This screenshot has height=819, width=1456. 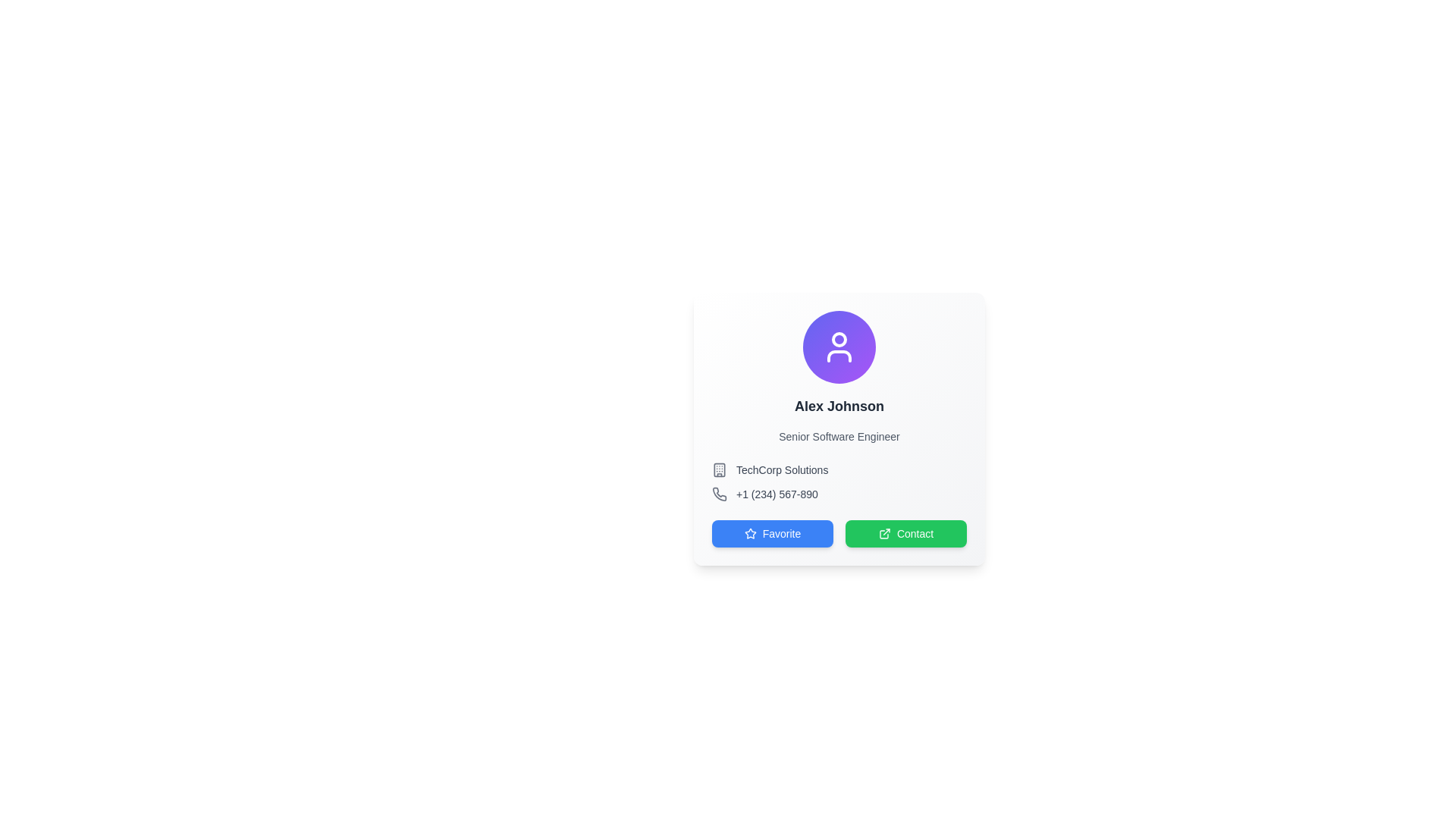 What do you see at coordinates (719, 494) in the screenshot?
I see `the gray minimalist outline phone icon located to the left of the phone number '+1 (234) 567-890' within the contact card layout` at bounding box center [719, 494].